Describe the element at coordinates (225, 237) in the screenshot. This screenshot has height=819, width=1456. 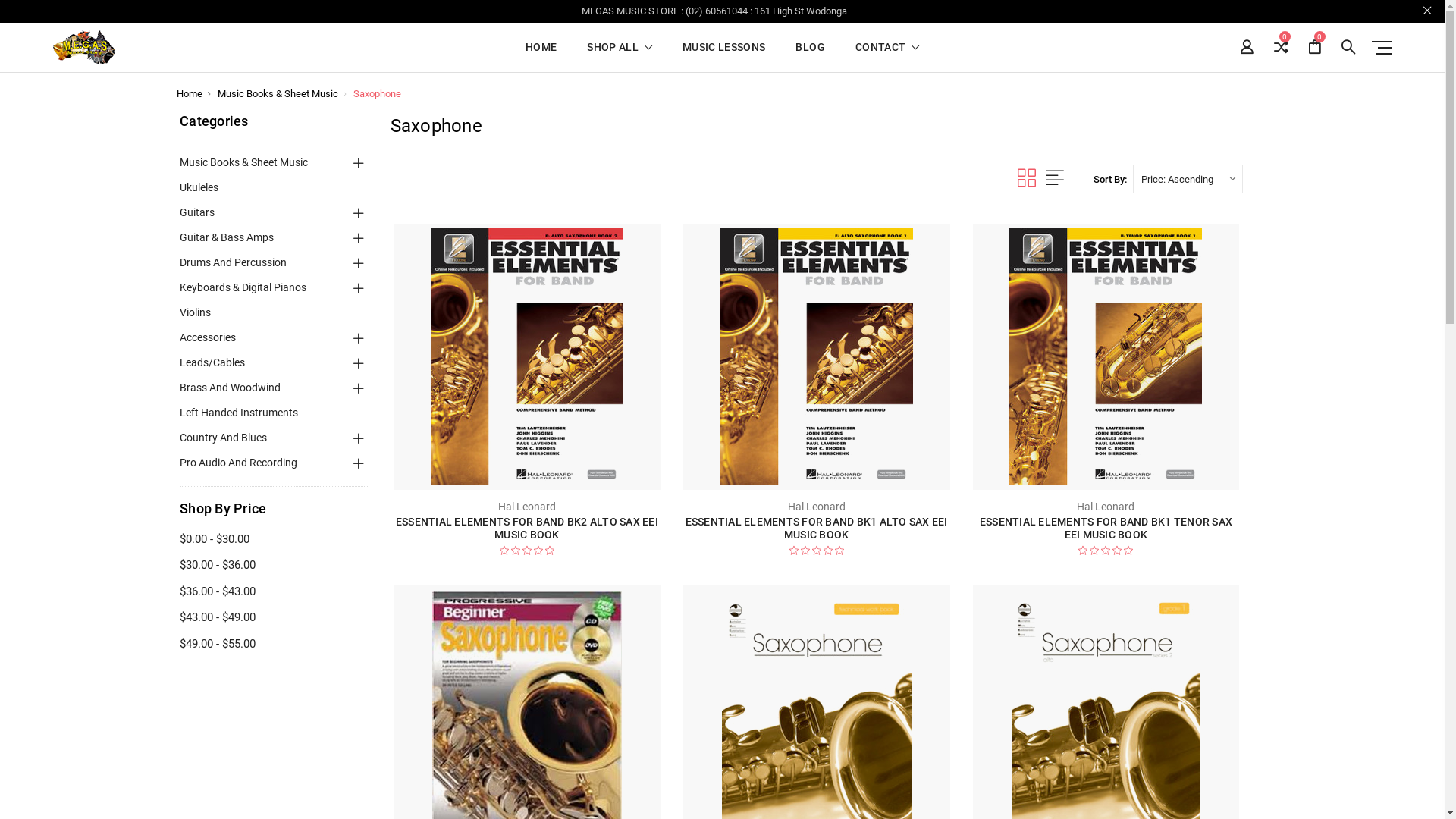
I see `'Guitar & Bass Amps'` at that location.